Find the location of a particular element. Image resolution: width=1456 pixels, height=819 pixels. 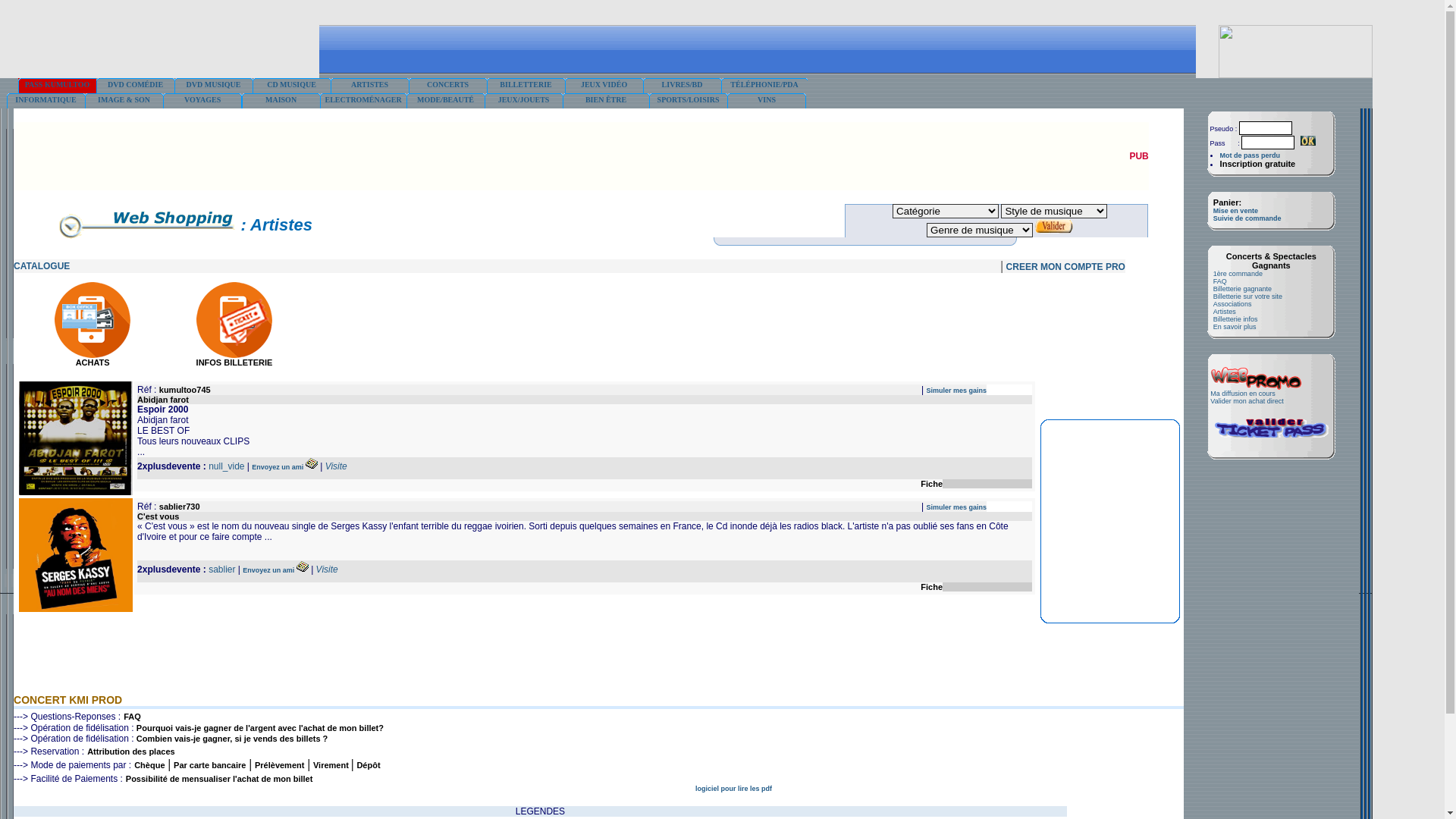

'Par carte bancaire' is located at coordinates (209, 765).